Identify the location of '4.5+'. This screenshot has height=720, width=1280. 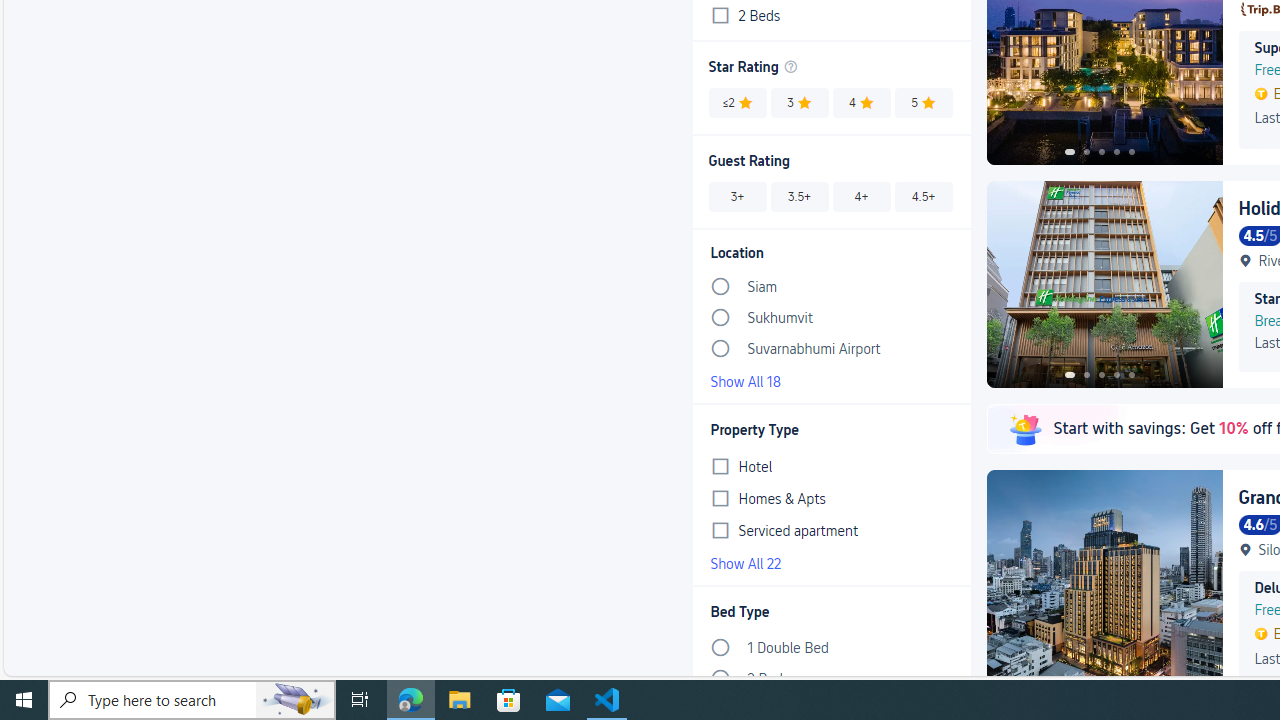
(922, 196).